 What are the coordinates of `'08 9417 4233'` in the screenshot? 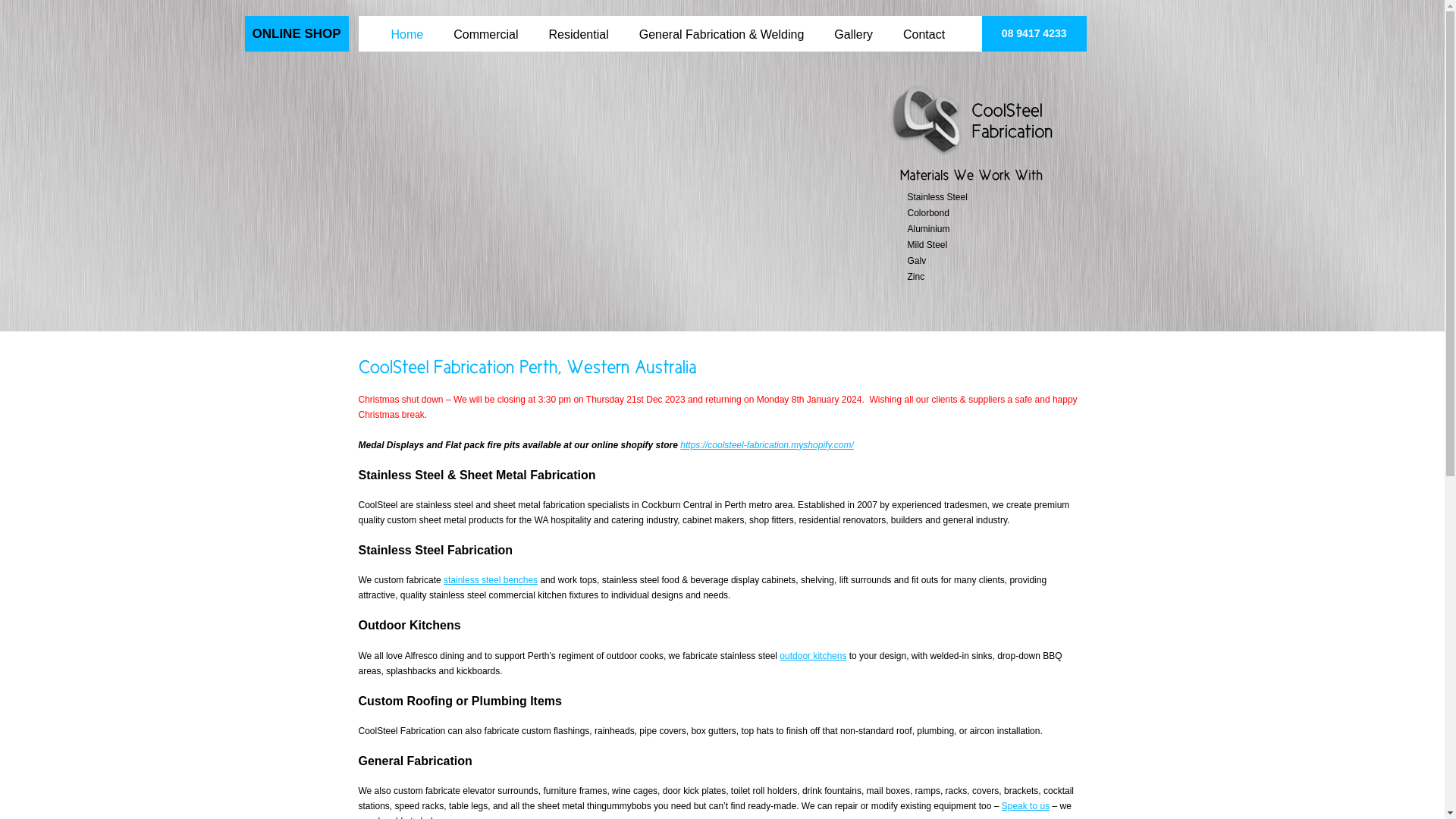 It's located at (1033, 33).